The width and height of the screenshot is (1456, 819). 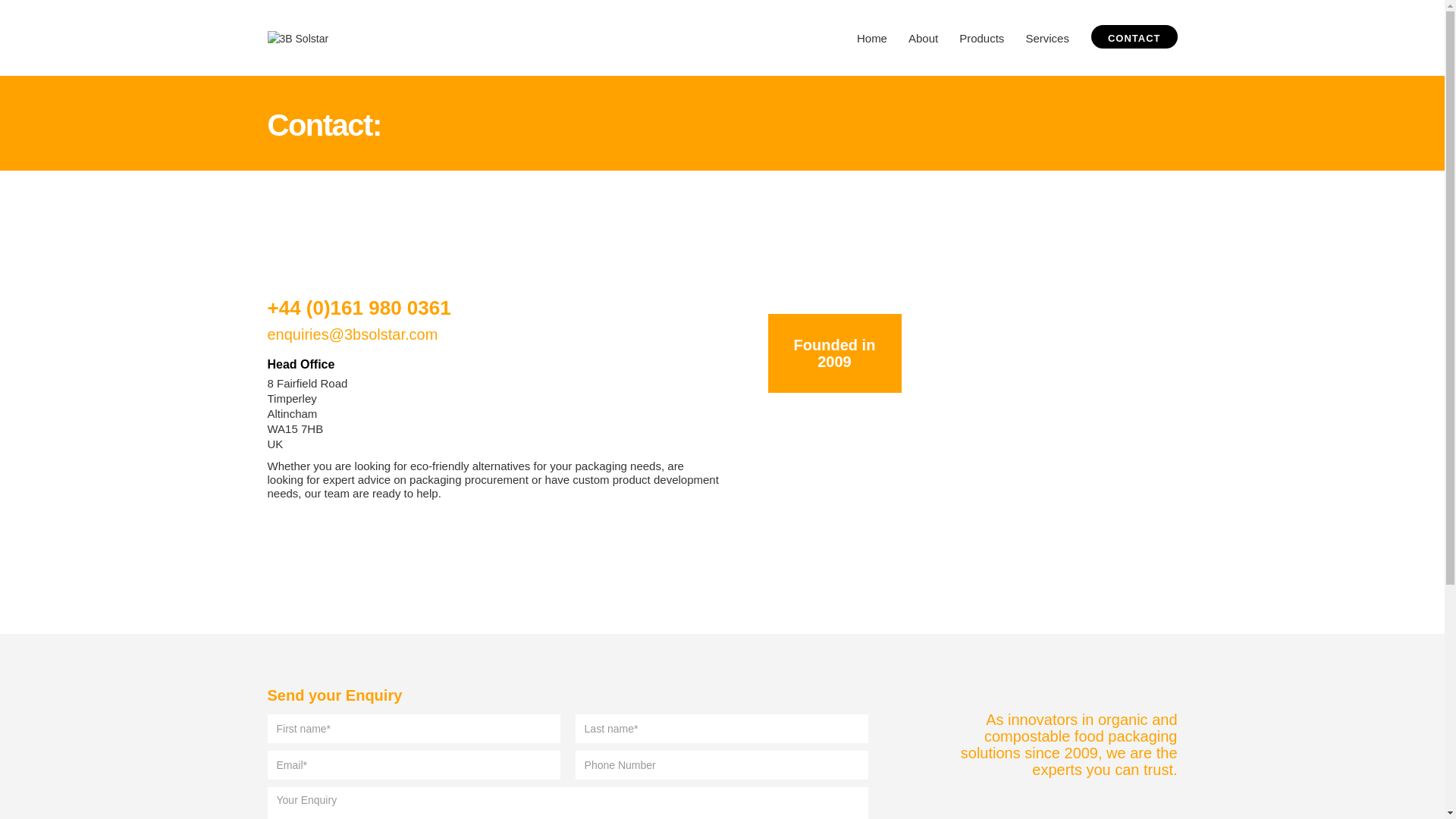 I want to click on 'CONTACT', so click(x=1090, y=35).